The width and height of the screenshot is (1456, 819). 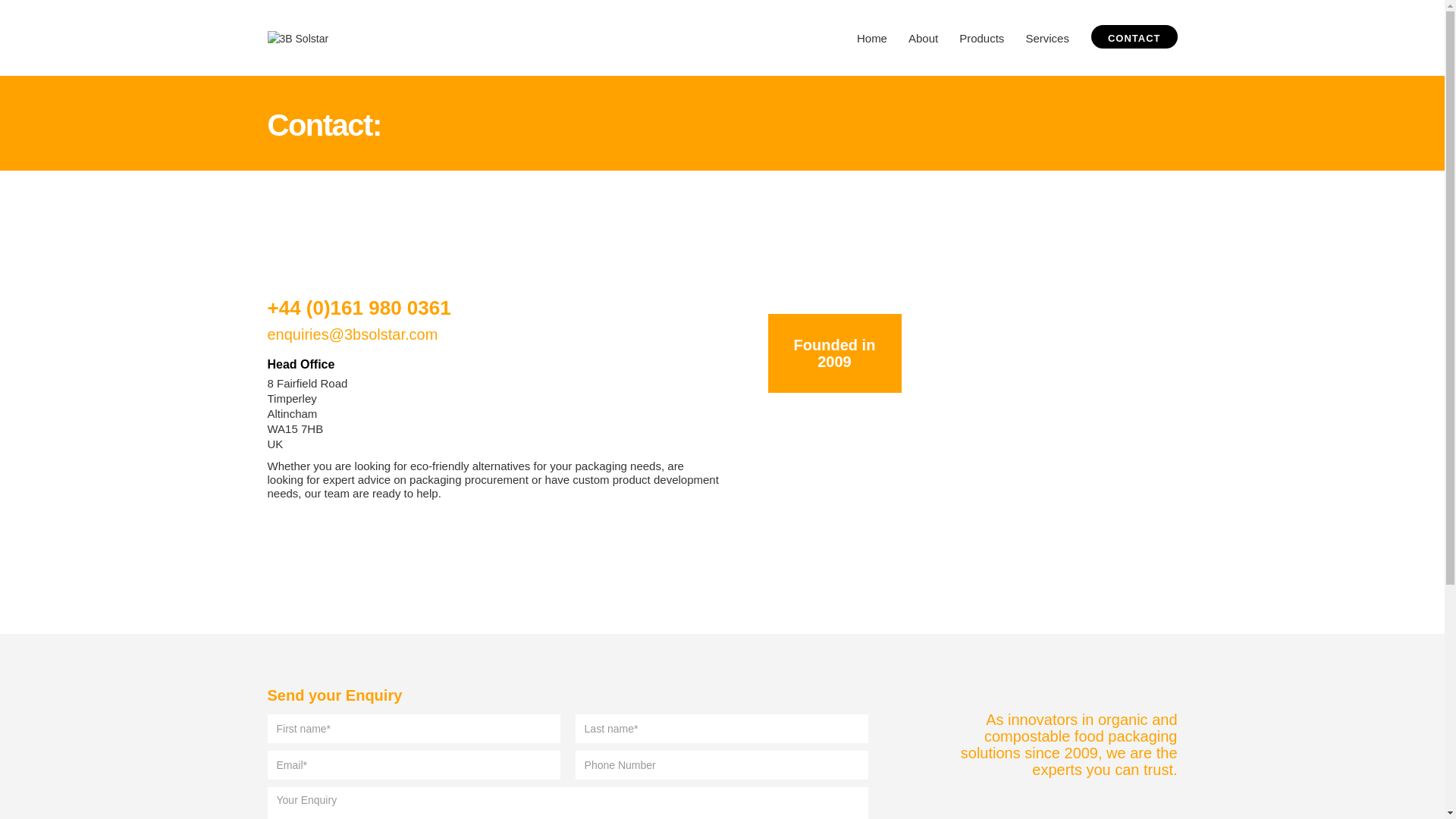 I want to click on 'CONTACT', so click(x=1090, y=35).